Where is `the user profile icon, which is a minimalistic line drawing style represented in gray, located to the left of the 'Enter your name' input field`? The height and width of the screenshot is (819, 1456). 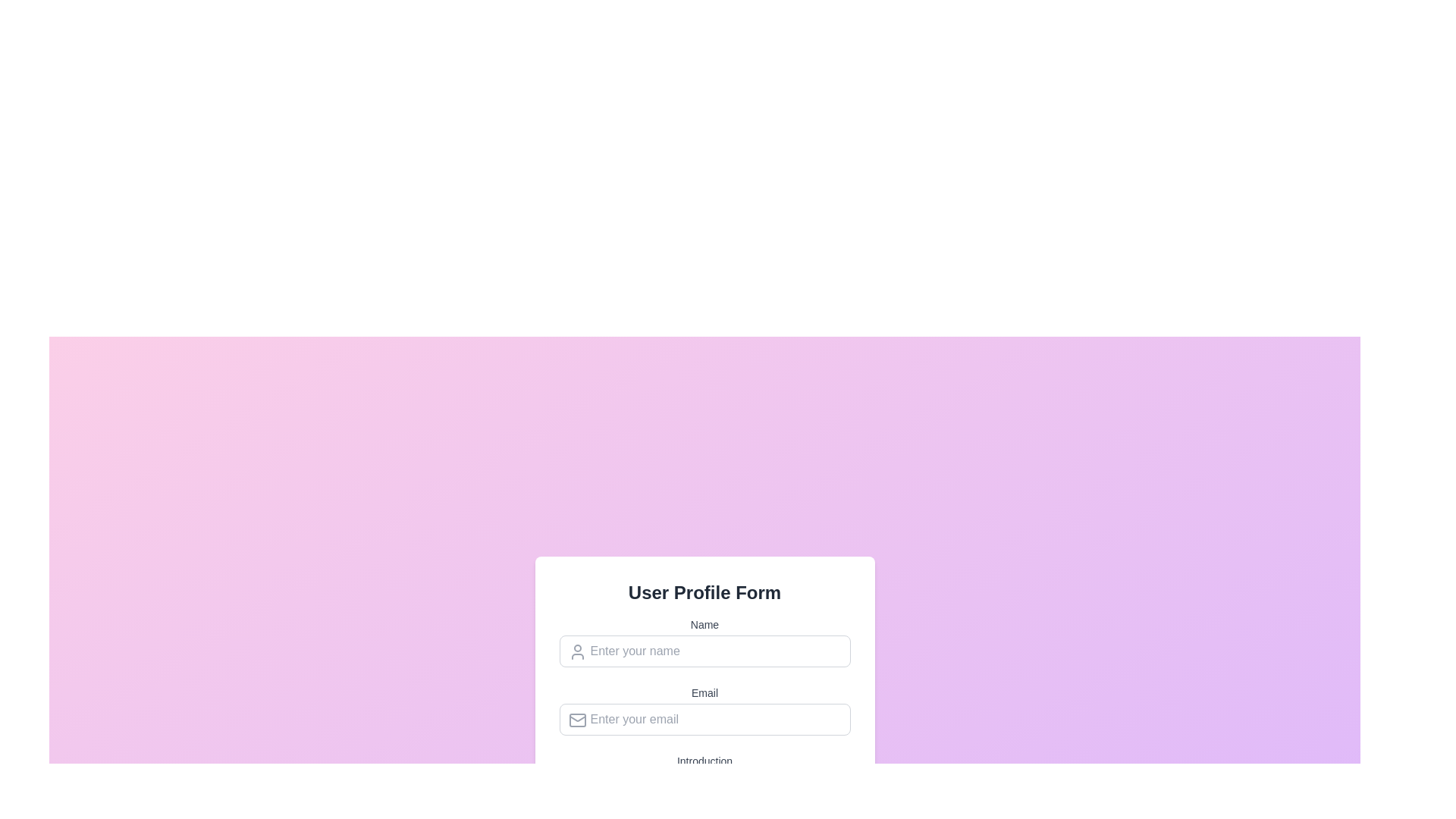
the user profile icon, which is a minimalistic line drawing style represented in gray, located to the left of the 'Enter your name' input field is located at coordinates (576, 651).